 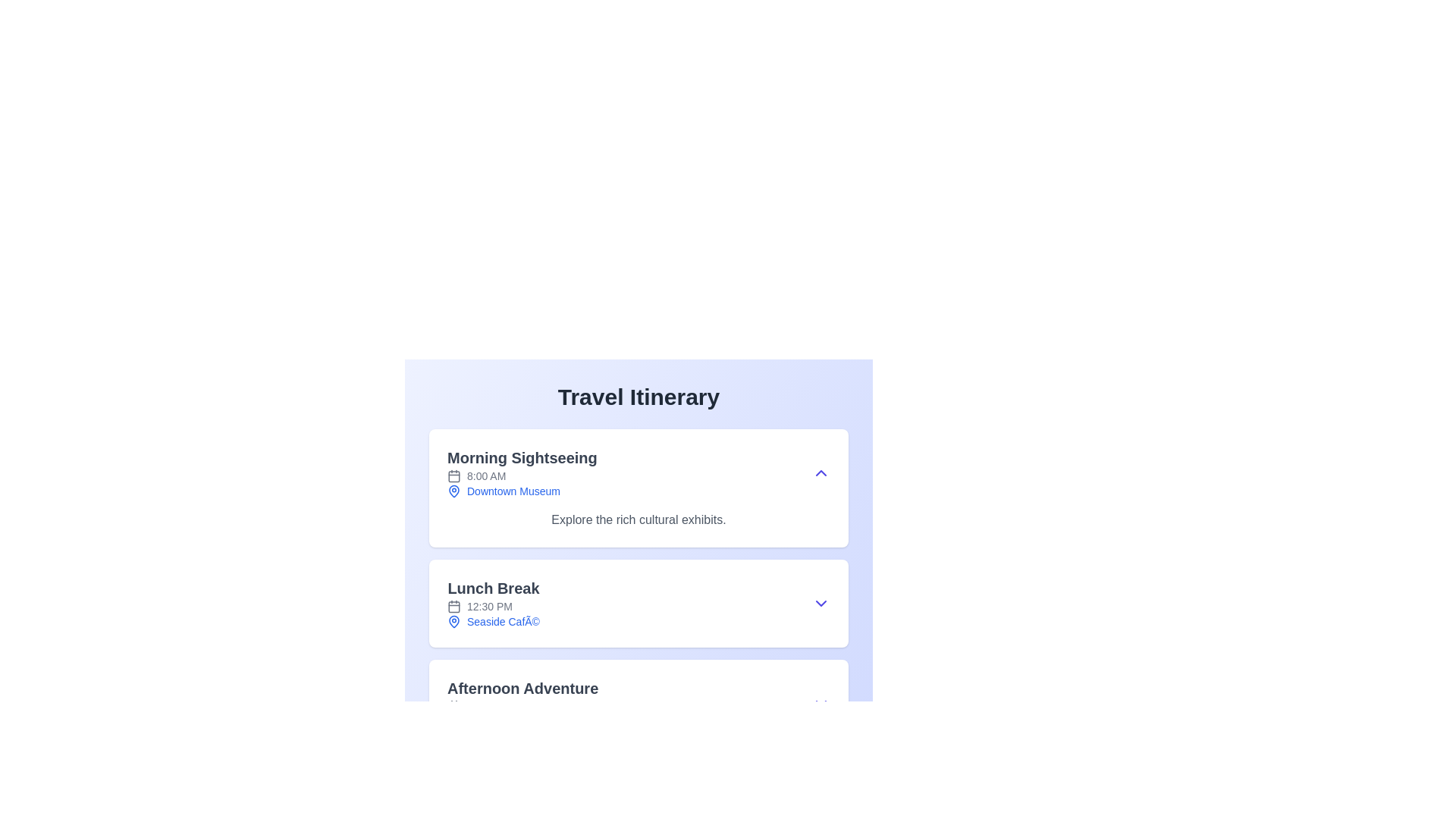 What do you see at coordinates (639, 519) in the screenshot?
I see `the text element providing a brief description about the 'Morning Sightseeing' segment in the schedule, located at the bottom of the section` at bounding box center [639, 519].